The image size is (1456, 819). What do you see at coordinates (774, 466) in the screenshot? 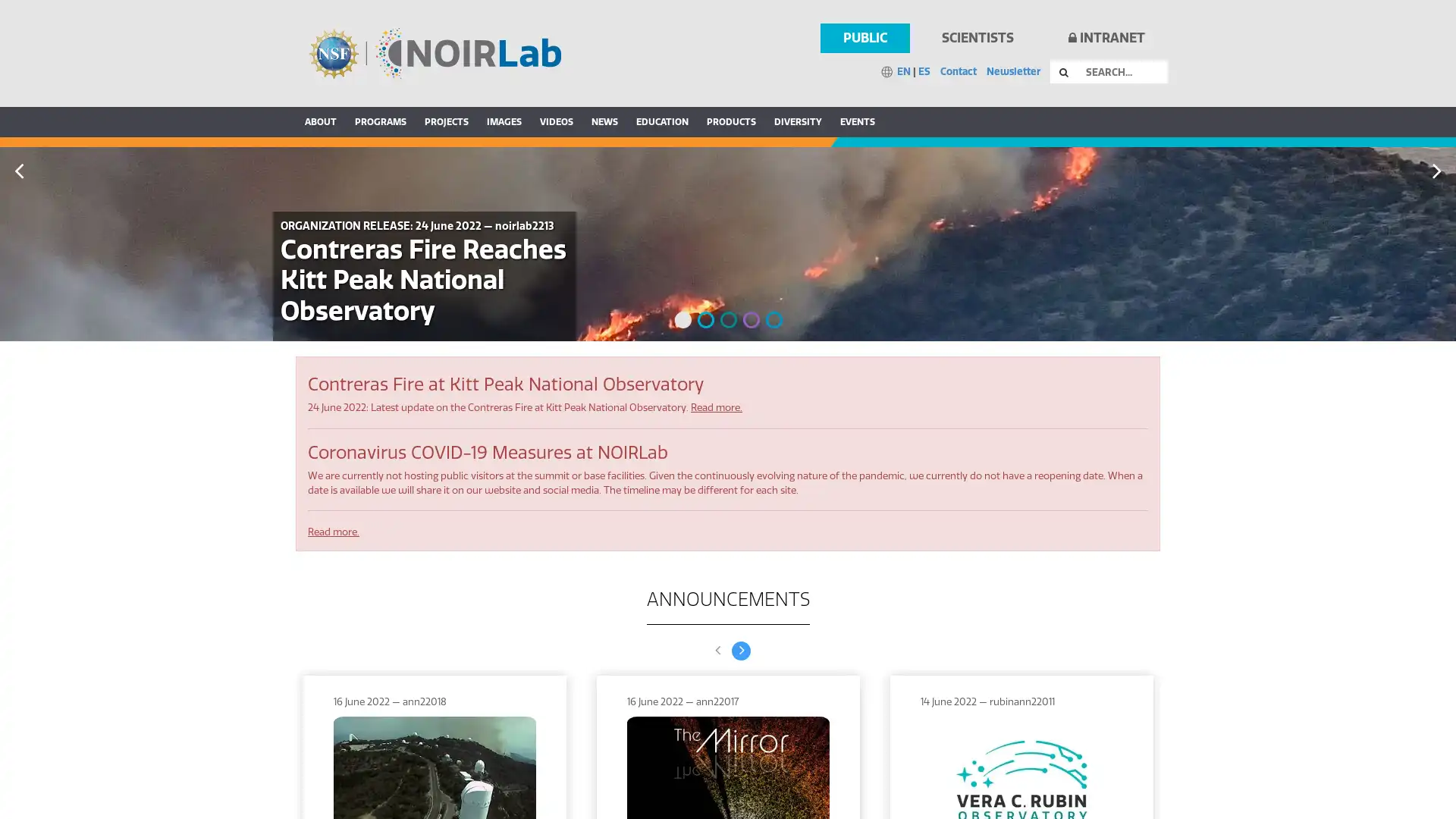
I see `5` at bounding box center [774, 466].